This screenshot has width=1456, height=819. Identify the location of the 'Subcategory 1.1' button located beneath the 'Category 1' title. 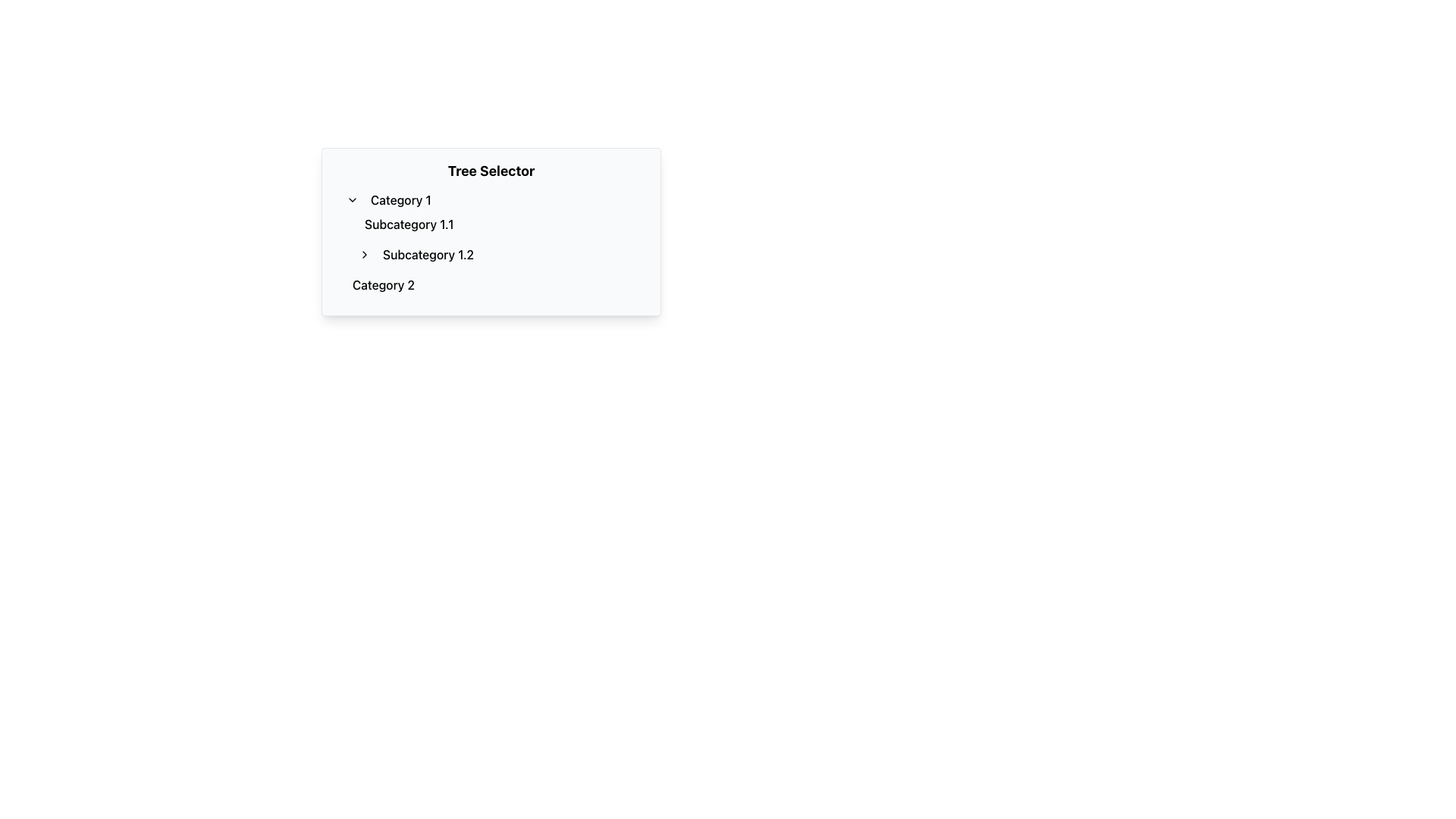
(409, 224).